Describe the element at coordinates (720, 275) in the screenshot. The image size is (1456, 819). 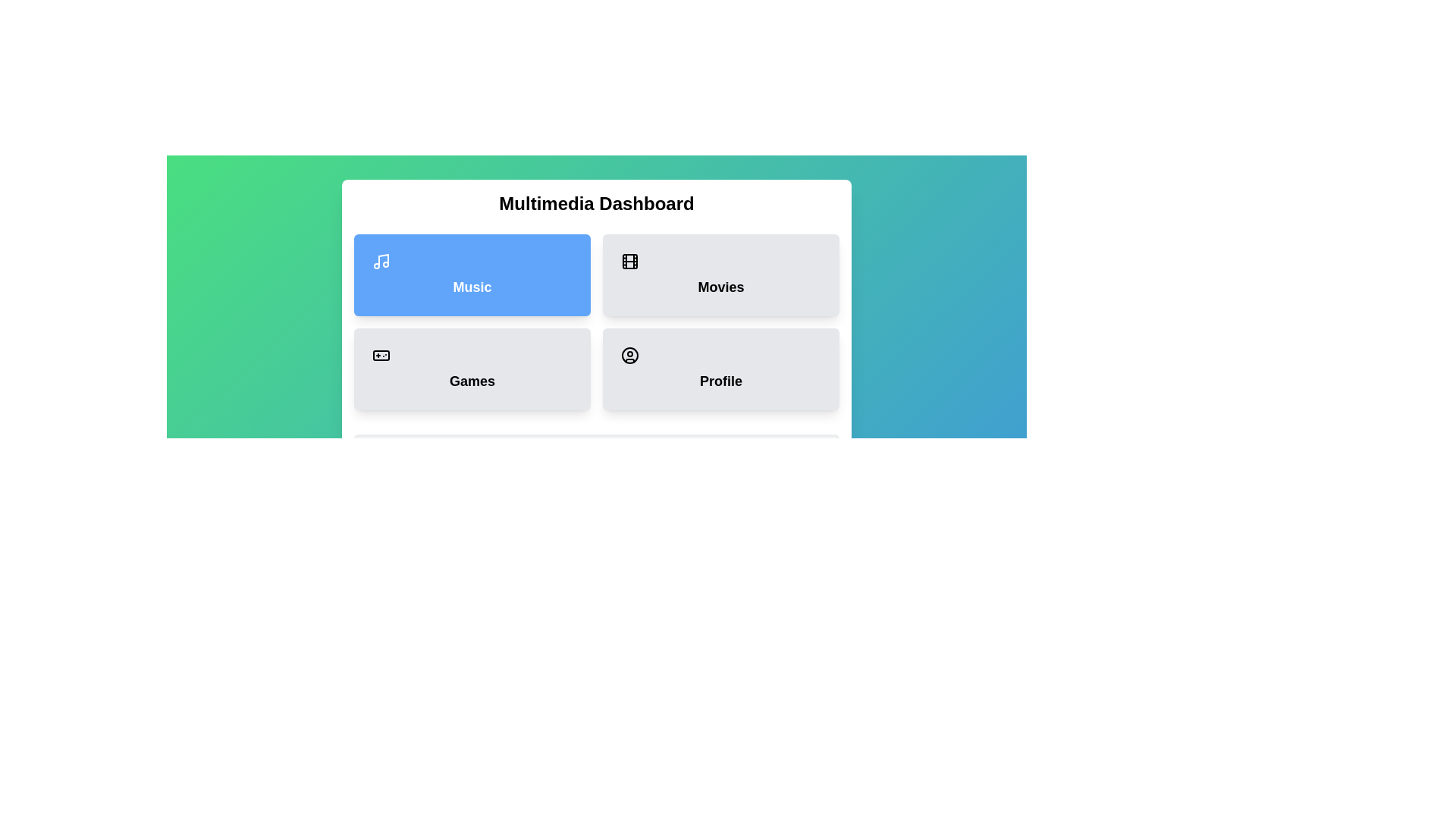
I see `the Movies button to display its description` at that location.